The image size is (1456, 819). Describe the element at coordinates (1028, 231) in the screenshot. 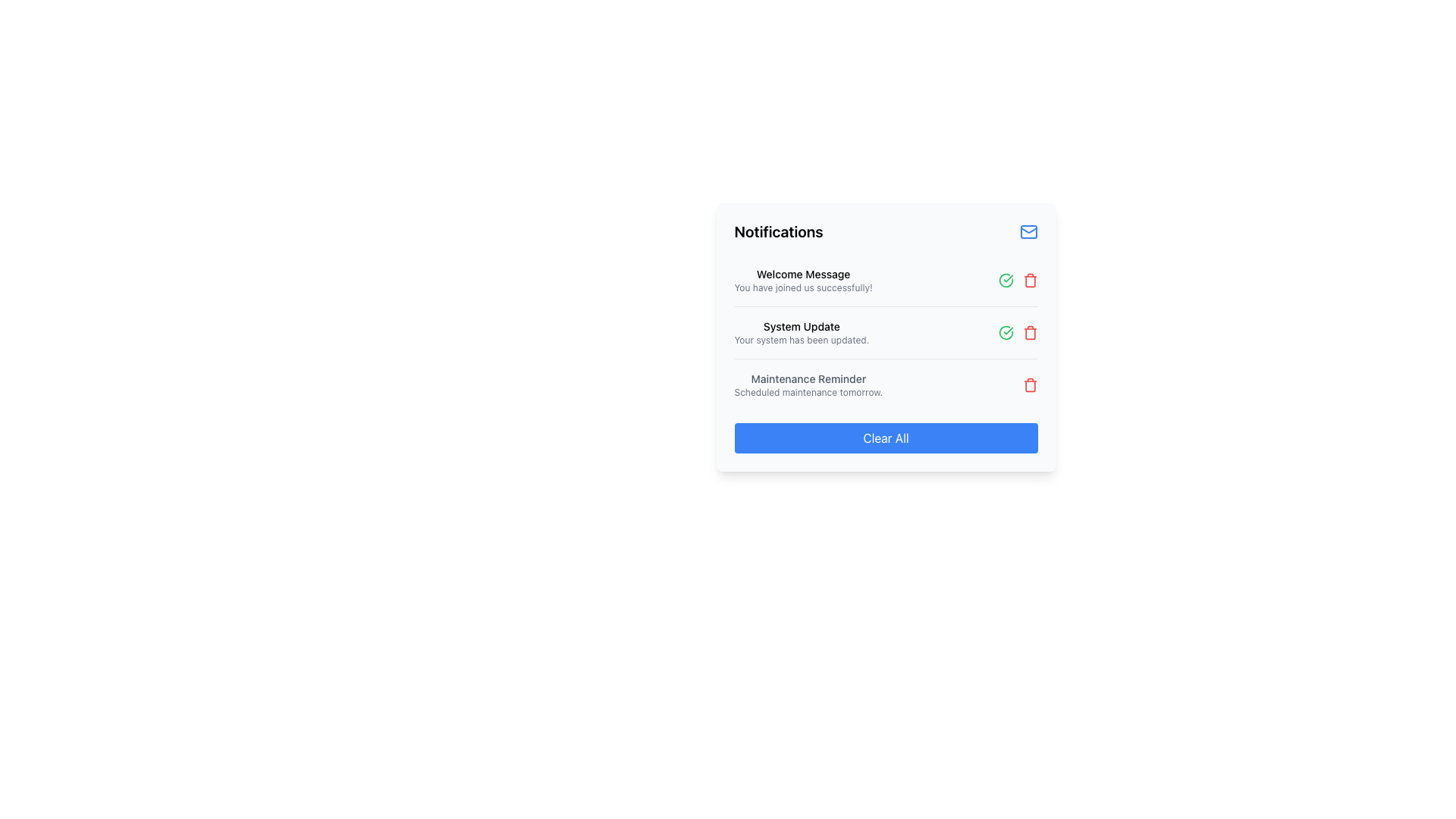

I see `the envelope portion of the mail icon located at the top-right corner of the notification panel` at that location.